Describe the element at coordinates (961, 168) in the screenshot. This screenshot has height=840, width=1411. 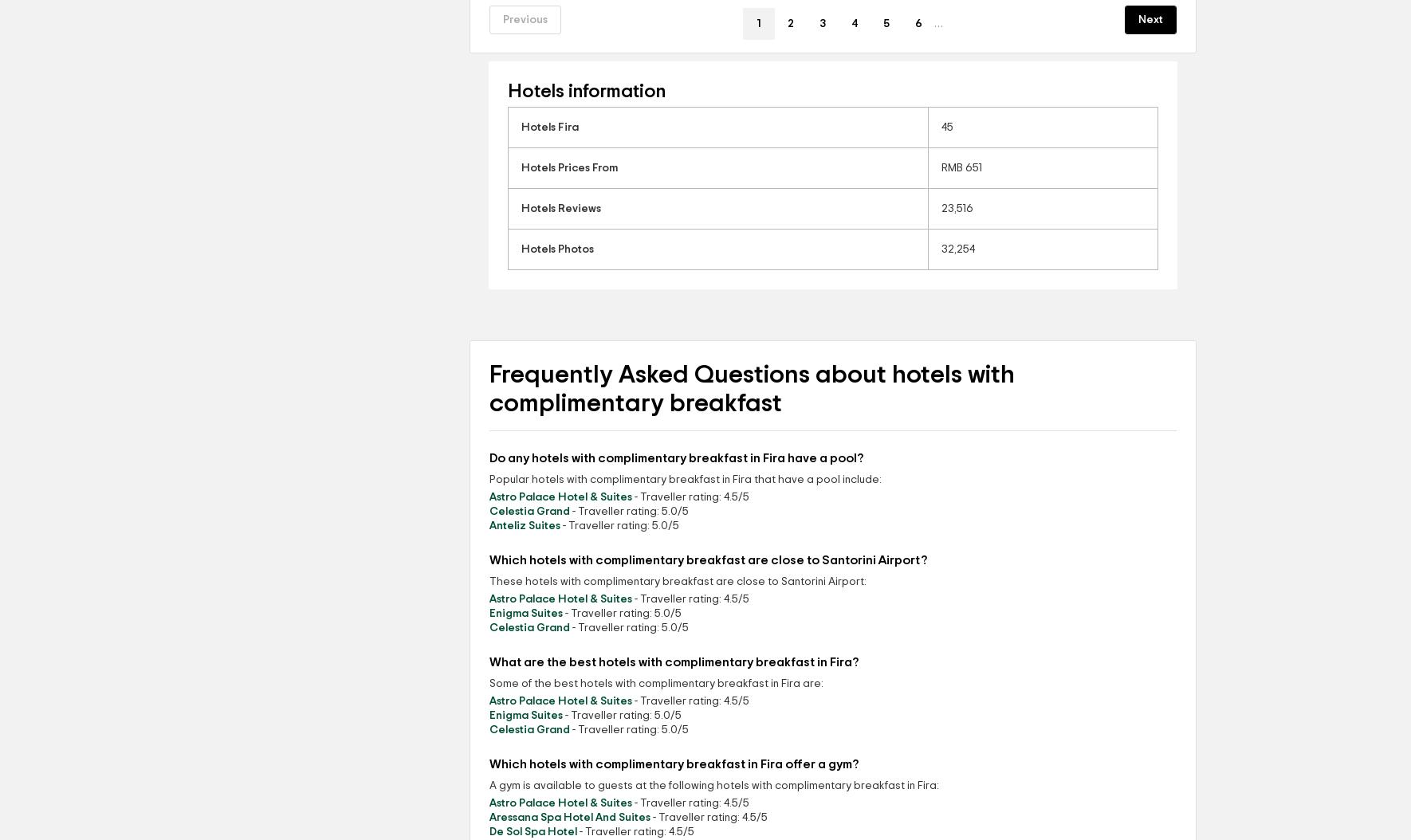
I see `'RMB 651'` at that location.